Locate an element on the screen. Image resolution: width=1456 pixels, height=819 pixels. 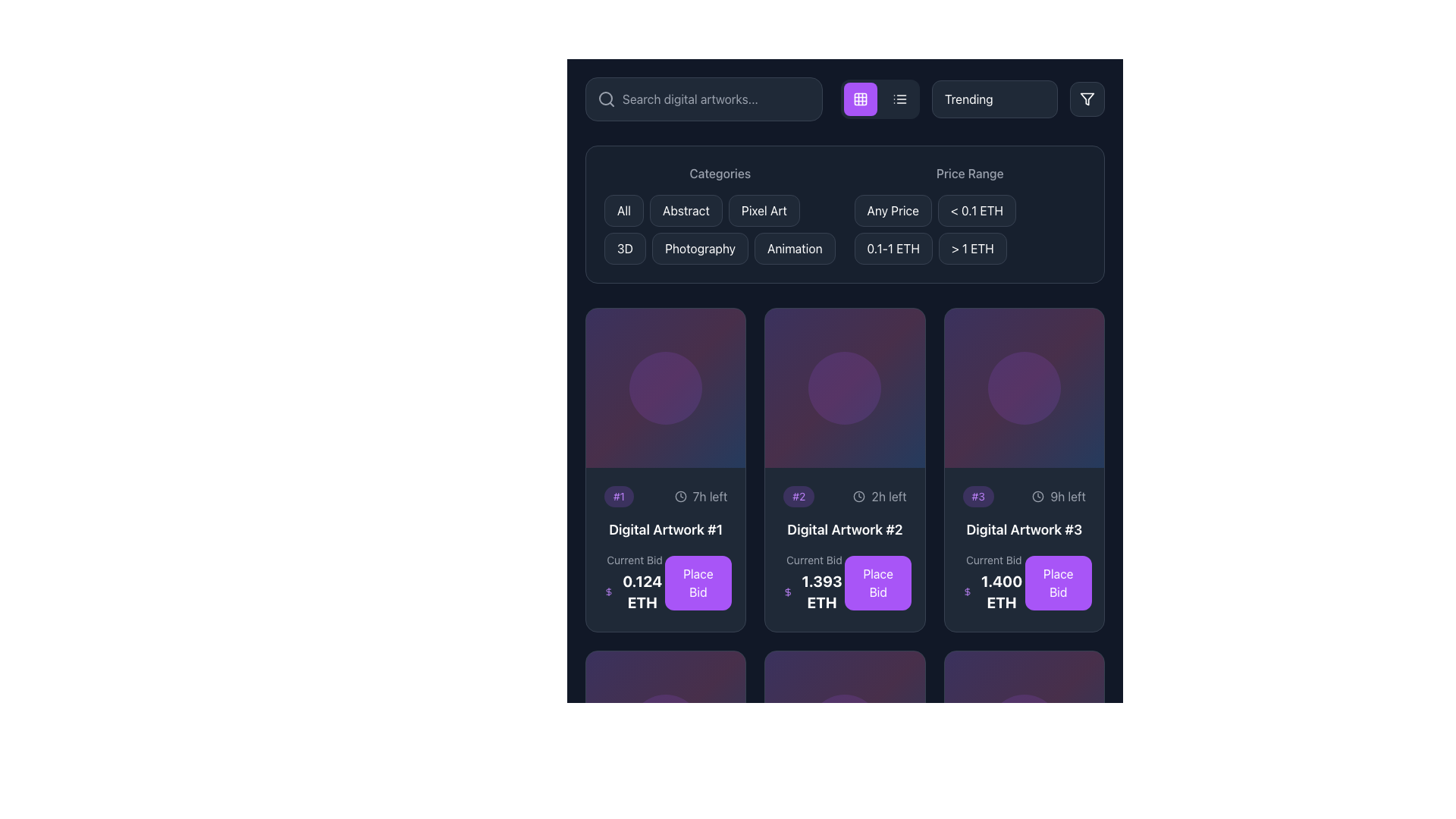
the central circular element of the clock icon located in the header of the card in the second column of the grid layout is located at coordinates (859, 497).